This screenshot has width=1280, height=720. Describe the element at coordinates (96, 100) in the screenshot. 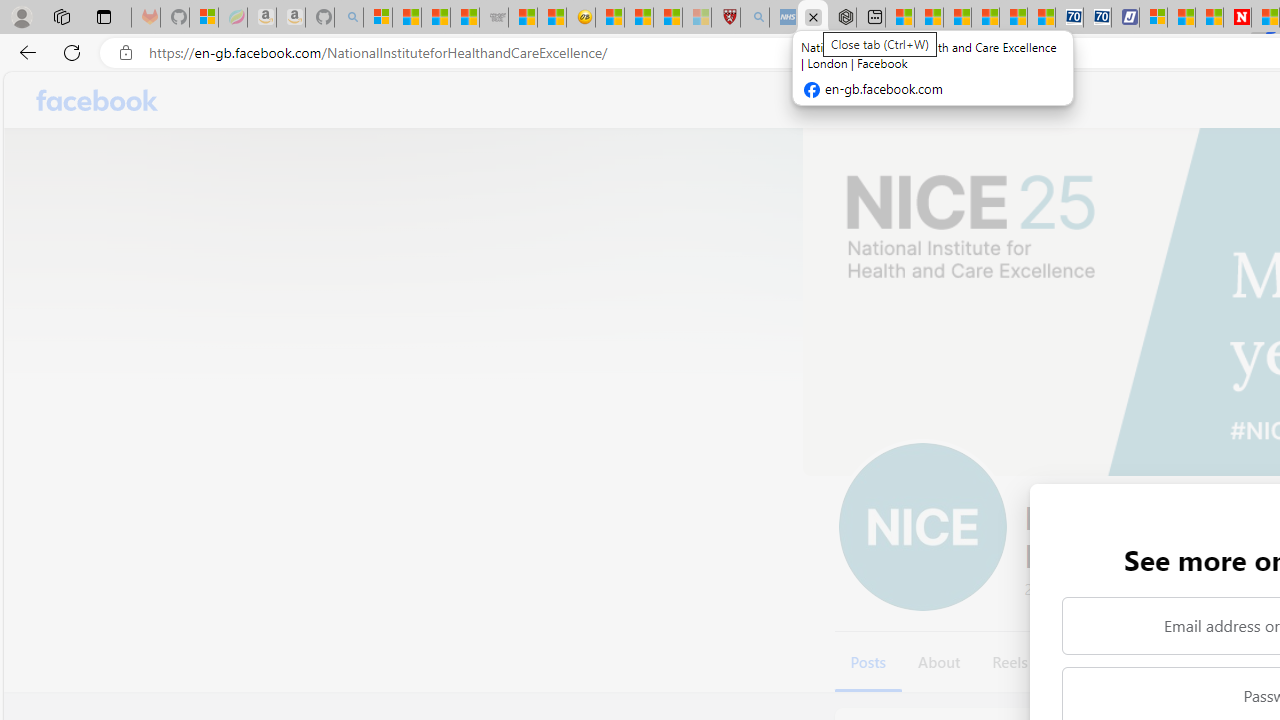

I see `'Facebook'` at that location.